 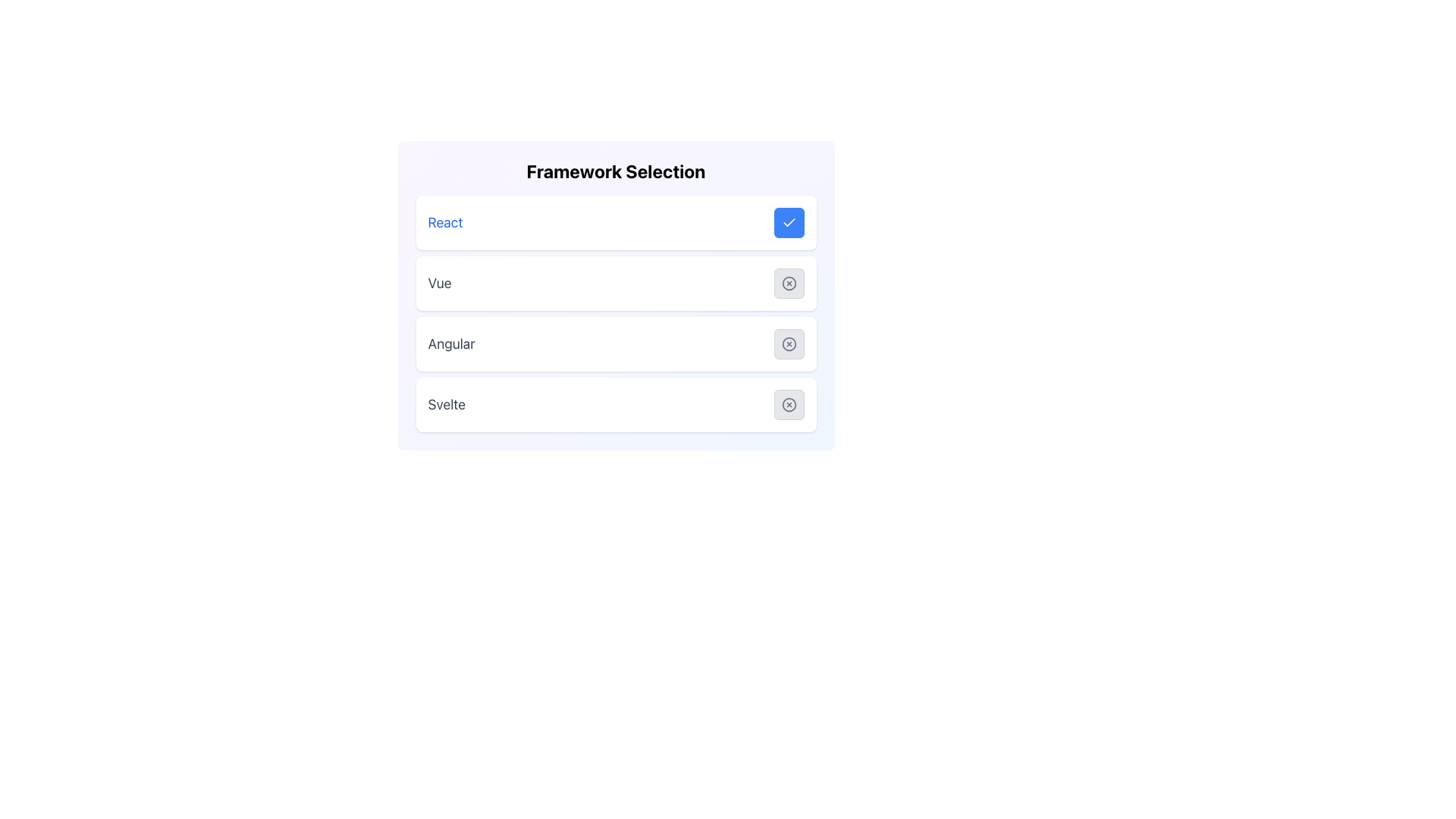 I want to click on the small circular icon button with a gray border and red 'X' symbol, located immediately to the right of the 'Vue' label in the list of frameworks, so click(x=789, y=284).